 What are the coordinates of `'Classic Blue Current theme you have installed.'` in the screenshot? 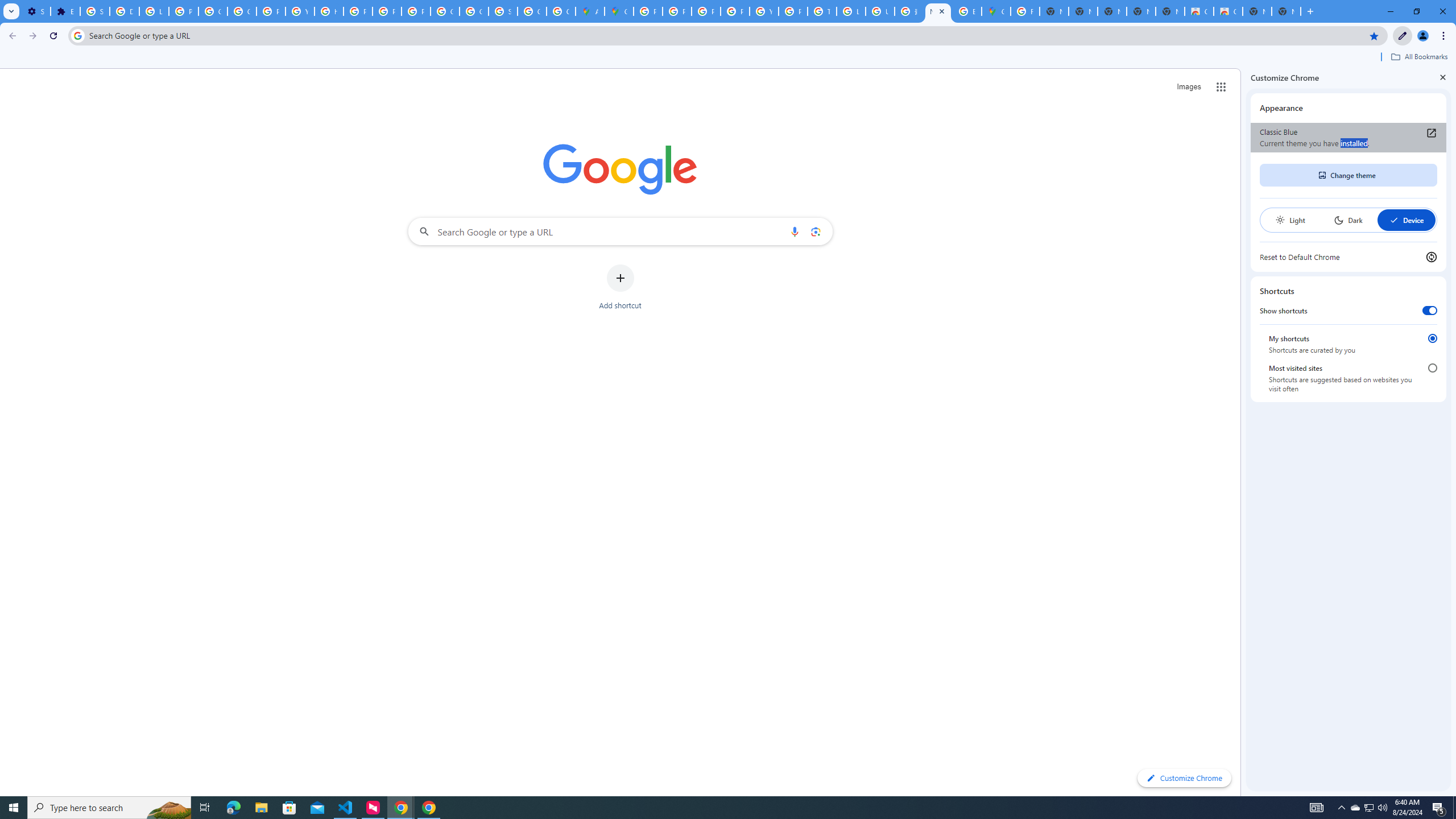 It's located at (1347, 137).